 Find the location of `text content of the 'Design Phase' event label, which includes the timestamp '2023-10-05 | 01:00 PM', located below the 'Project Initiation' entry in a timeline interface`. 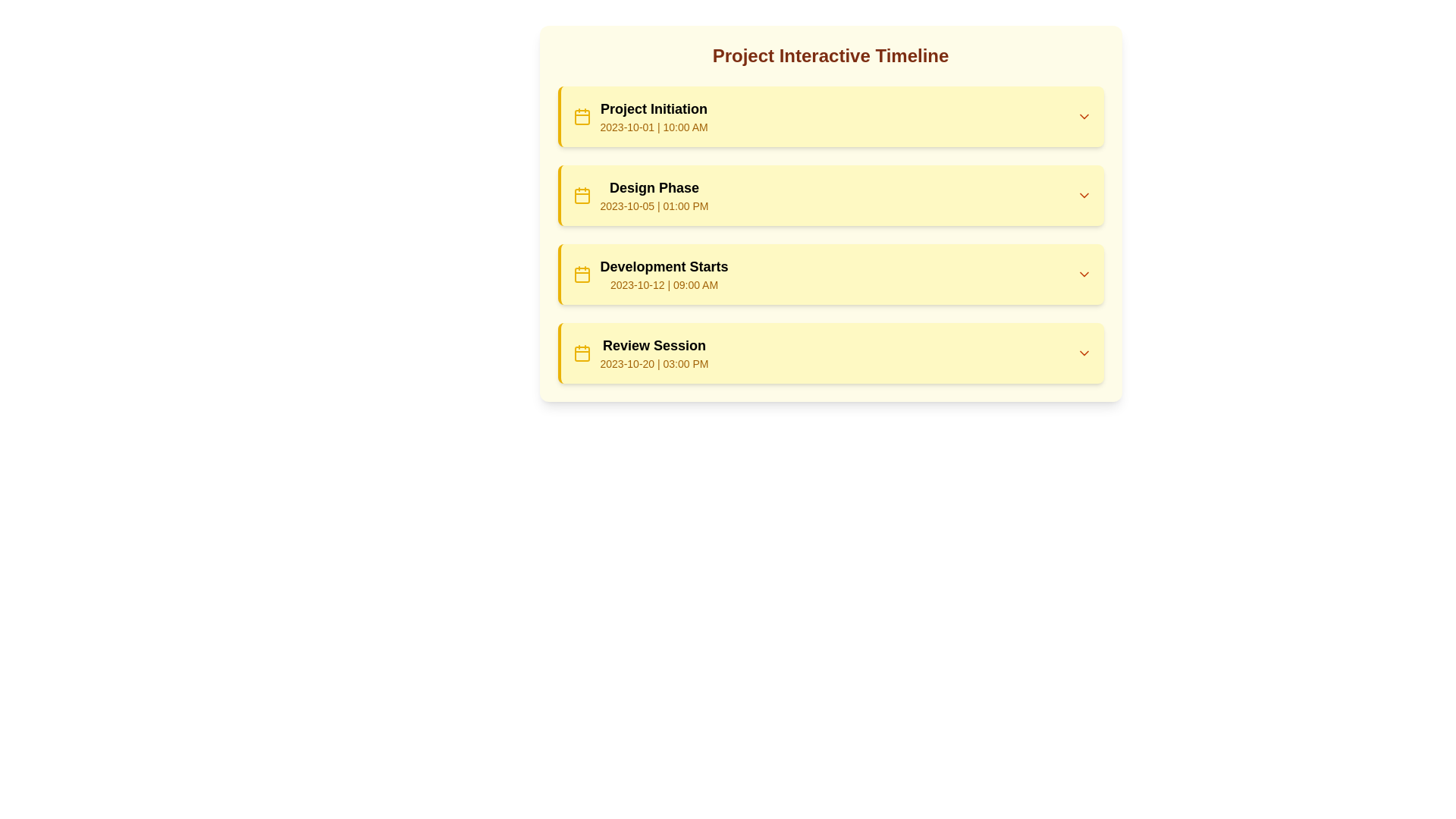

text content of the 'Design Phase' event label, which includes the timestamp '2023-10-05 | 01:00 PM', located below the 'Project Initiation' entry in a timeline interface is located at coordinates (640, 195).